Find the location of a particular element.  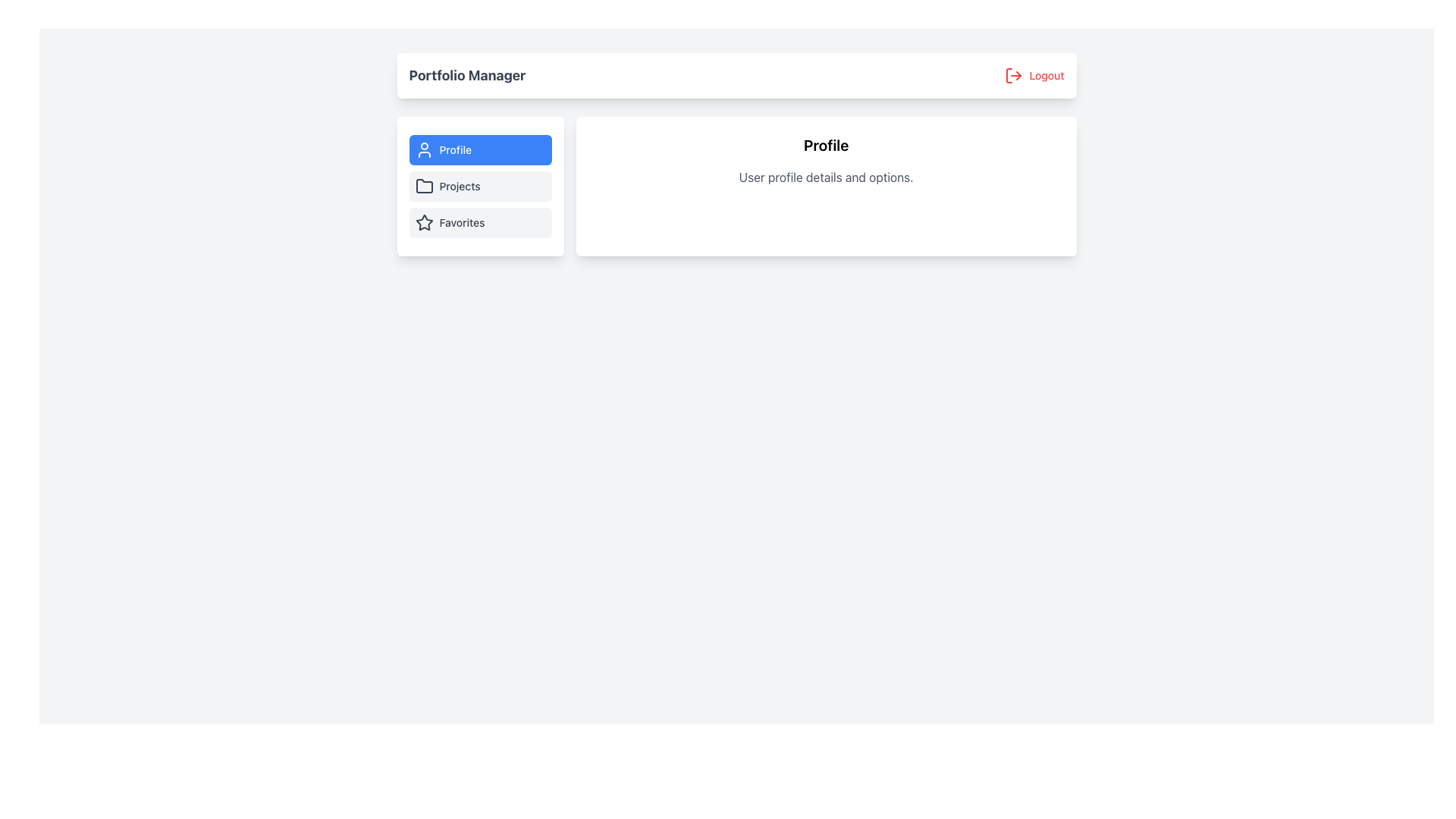

the navigation button located at the top of the vertical list on the left panel is located at coordinates (479, 149).